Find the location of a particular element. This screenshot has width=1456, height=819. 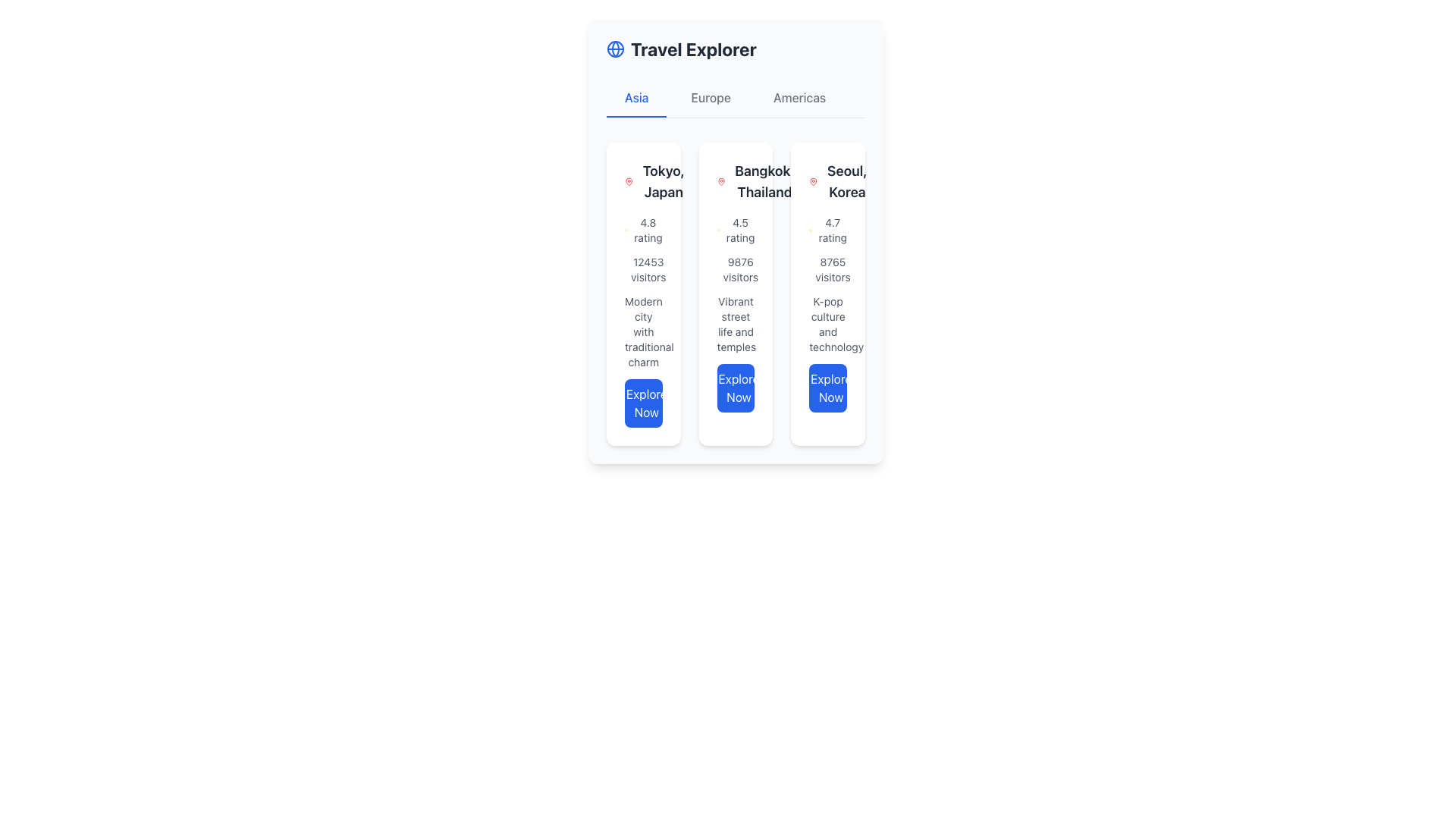

the bold and large-sized title text label displaying 'Travel Explorer' in dark gray color, located at the top-center of the interface is located at coordinates (692, 49).